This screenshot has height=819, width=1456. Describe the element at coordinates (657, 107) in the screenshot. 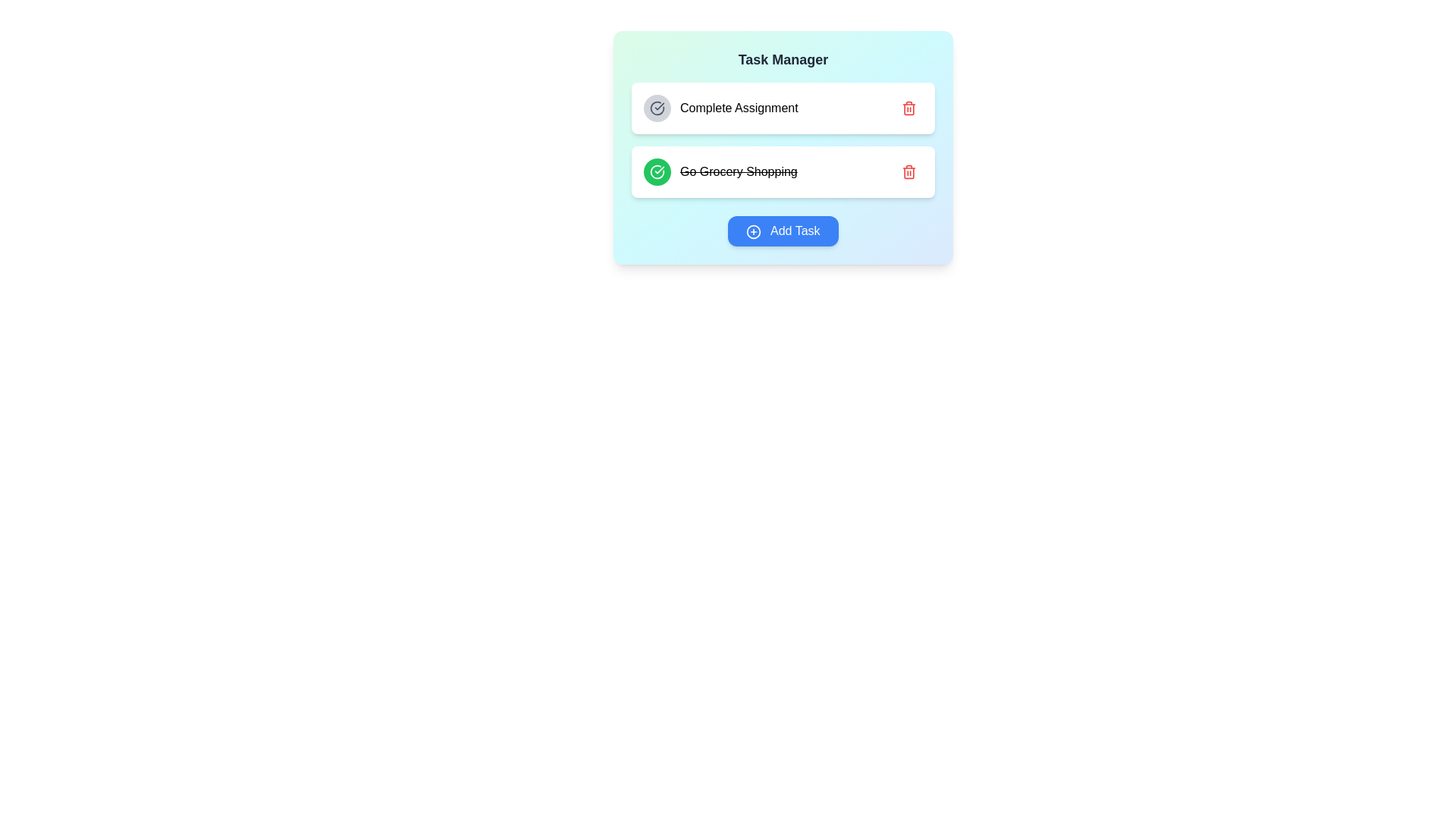

I see `the circular checkmark icon with a gray outline, indicating a completed task, located to the left of the 'Complete Assignment' text` at that location.